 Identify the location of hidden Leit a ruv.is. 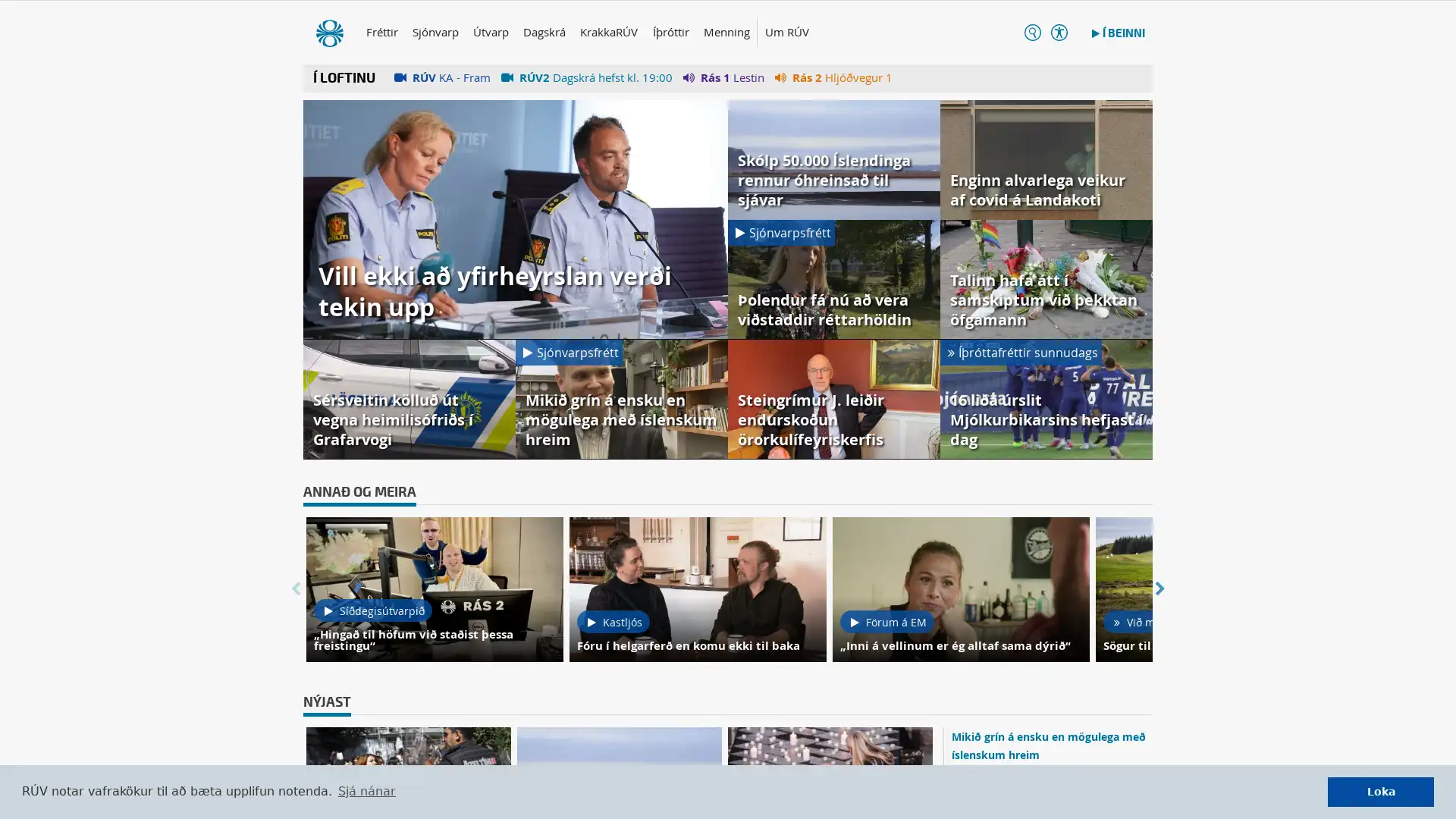
(1018, 34).